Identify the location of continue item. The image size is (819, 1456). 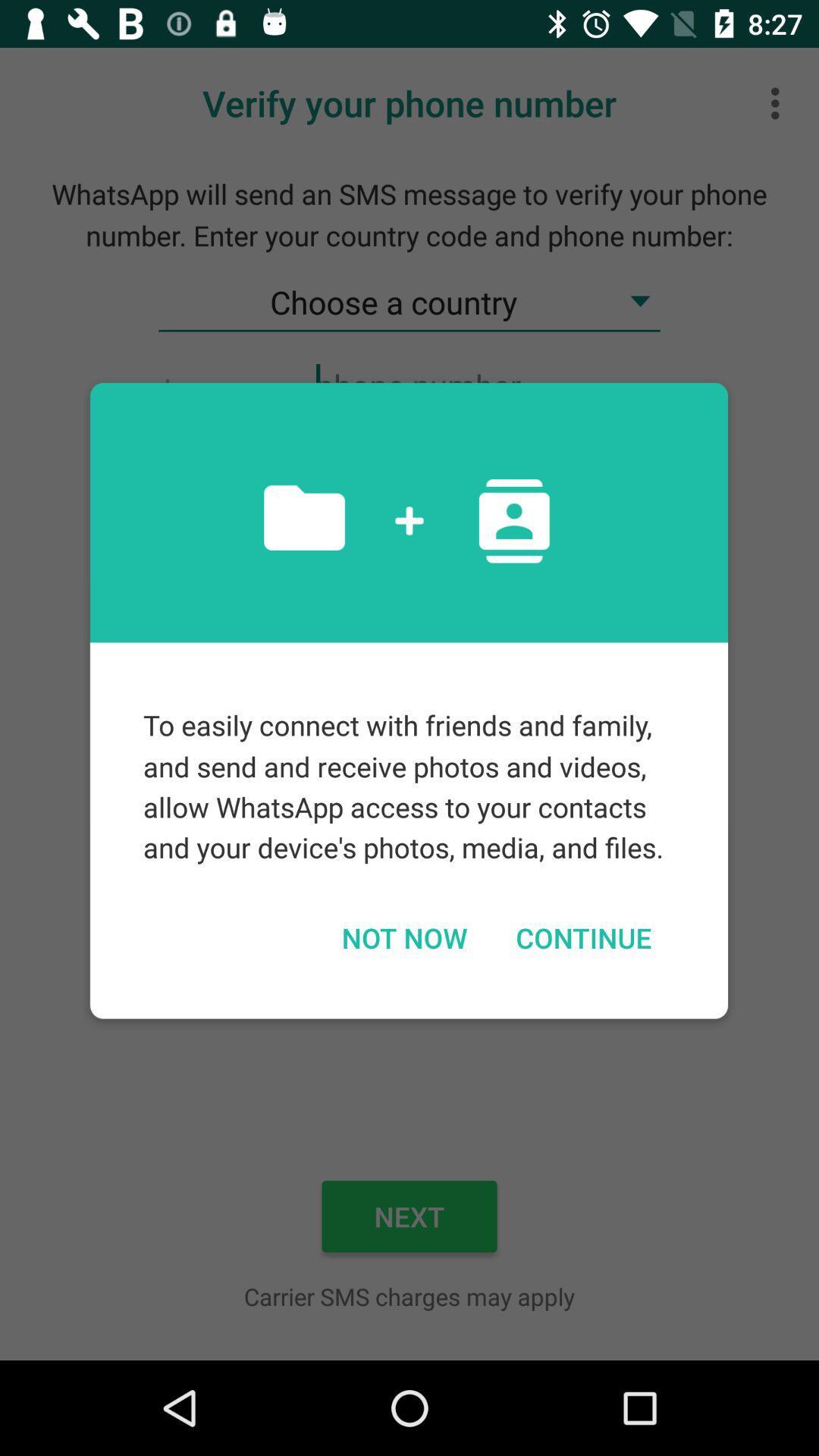
(582, 937).